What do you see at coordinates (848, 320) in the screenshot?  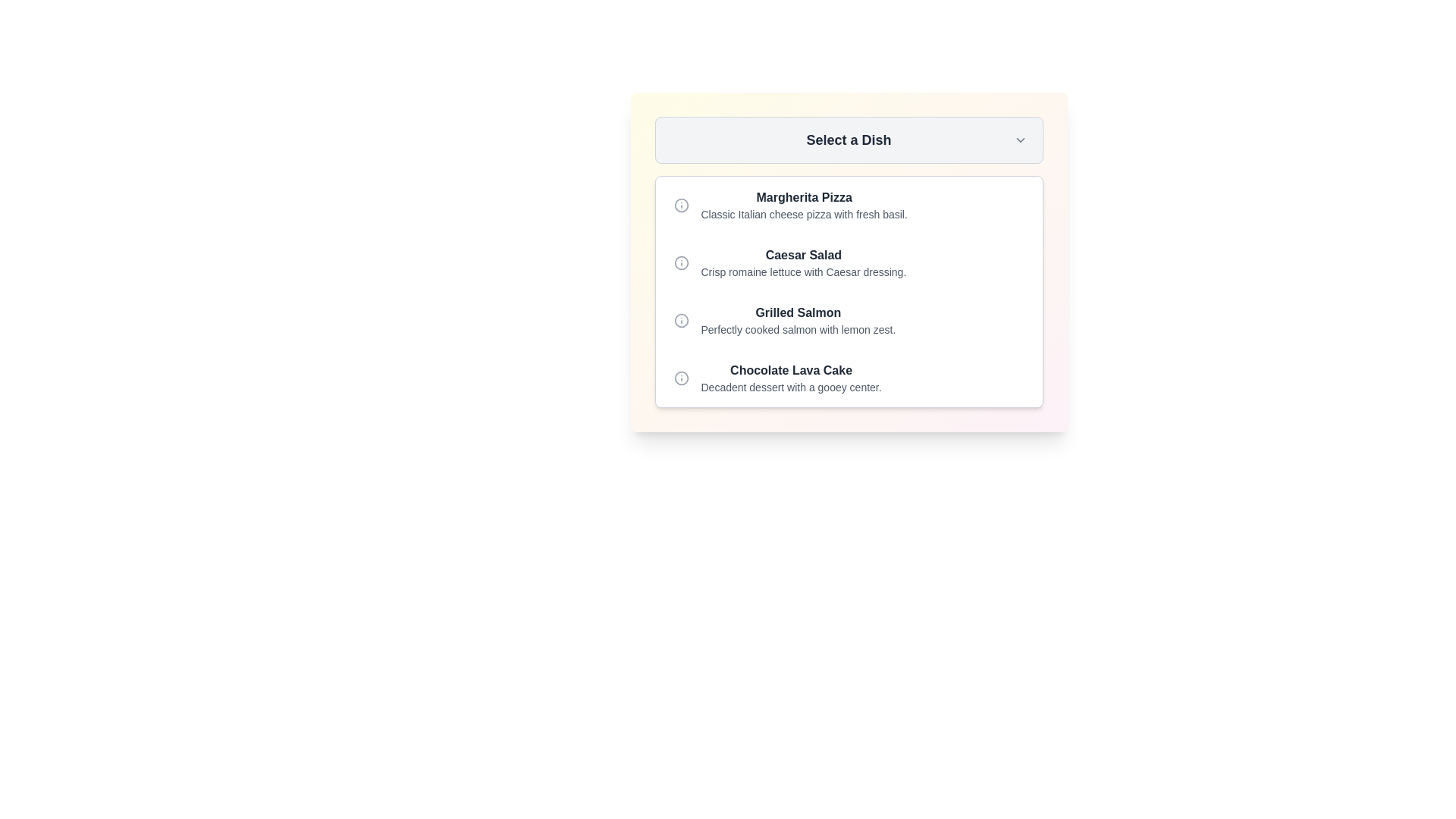 I see `the selectable list item for 'Grilled Salmon', which is the third item under the heading 'Select a Dish'` at bounding box center [848, 320].